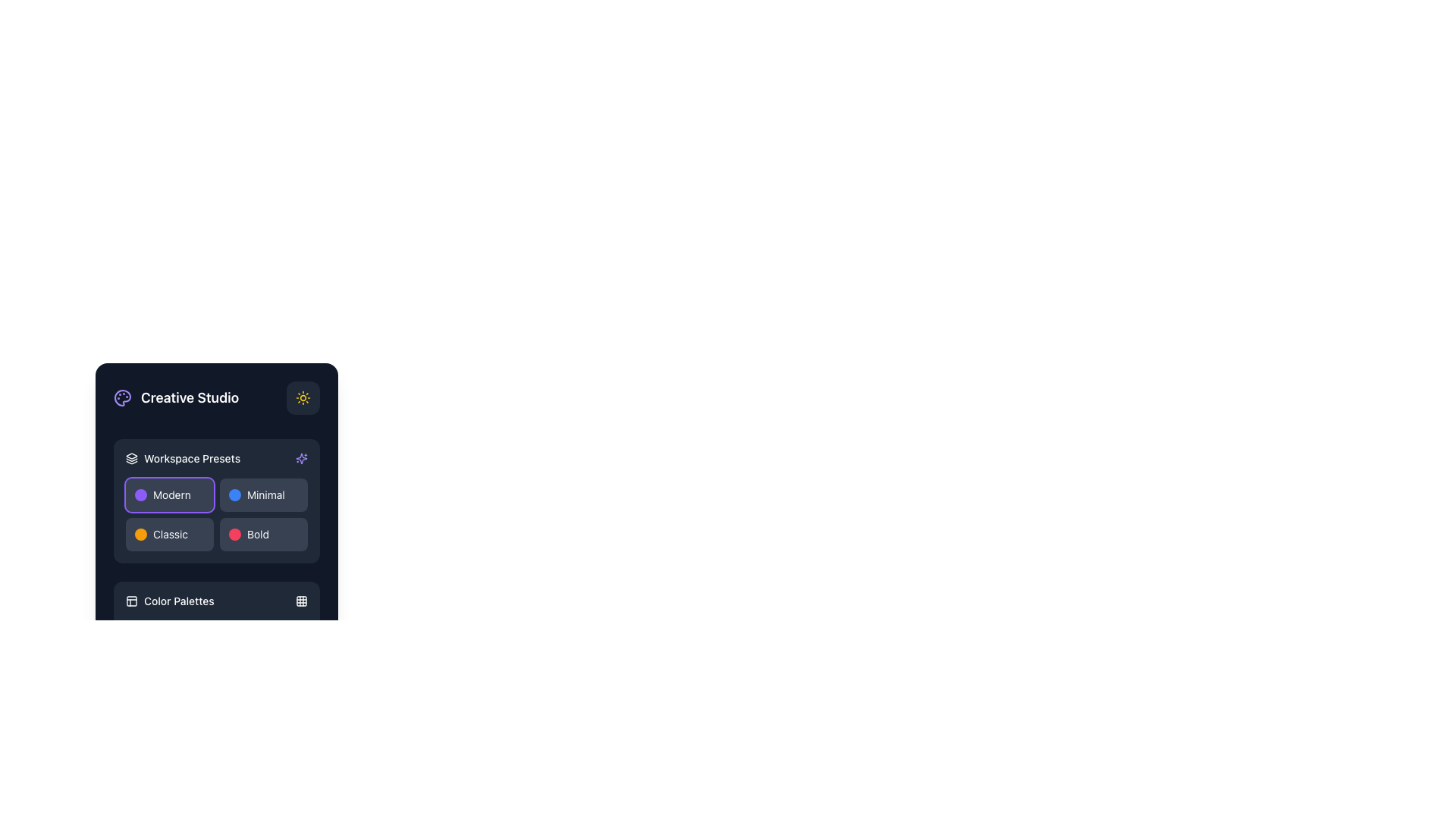 The image size is (1456, 819). What do you see at coordinates (302, 458) in the screenshot?
I see `the Decorative Icon, which is a lavender starburst symbol located in the top-right corner of the 'Creative Studio' menu, indicating special features or highlights` at bounding box center [302, 458].